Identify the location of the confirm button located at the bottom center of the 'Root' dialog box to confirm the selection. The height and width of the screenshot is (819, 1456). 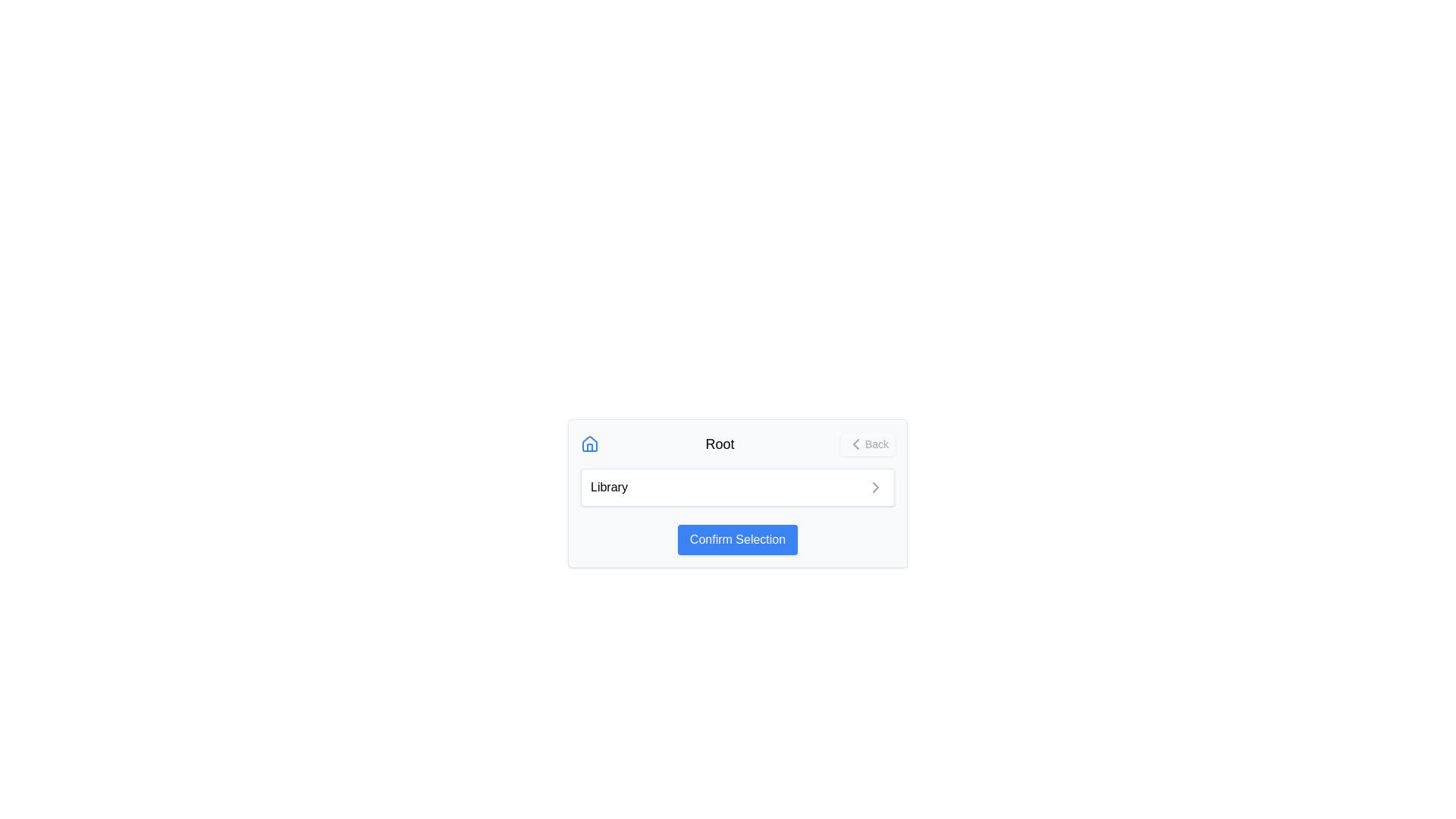
(738, 539).